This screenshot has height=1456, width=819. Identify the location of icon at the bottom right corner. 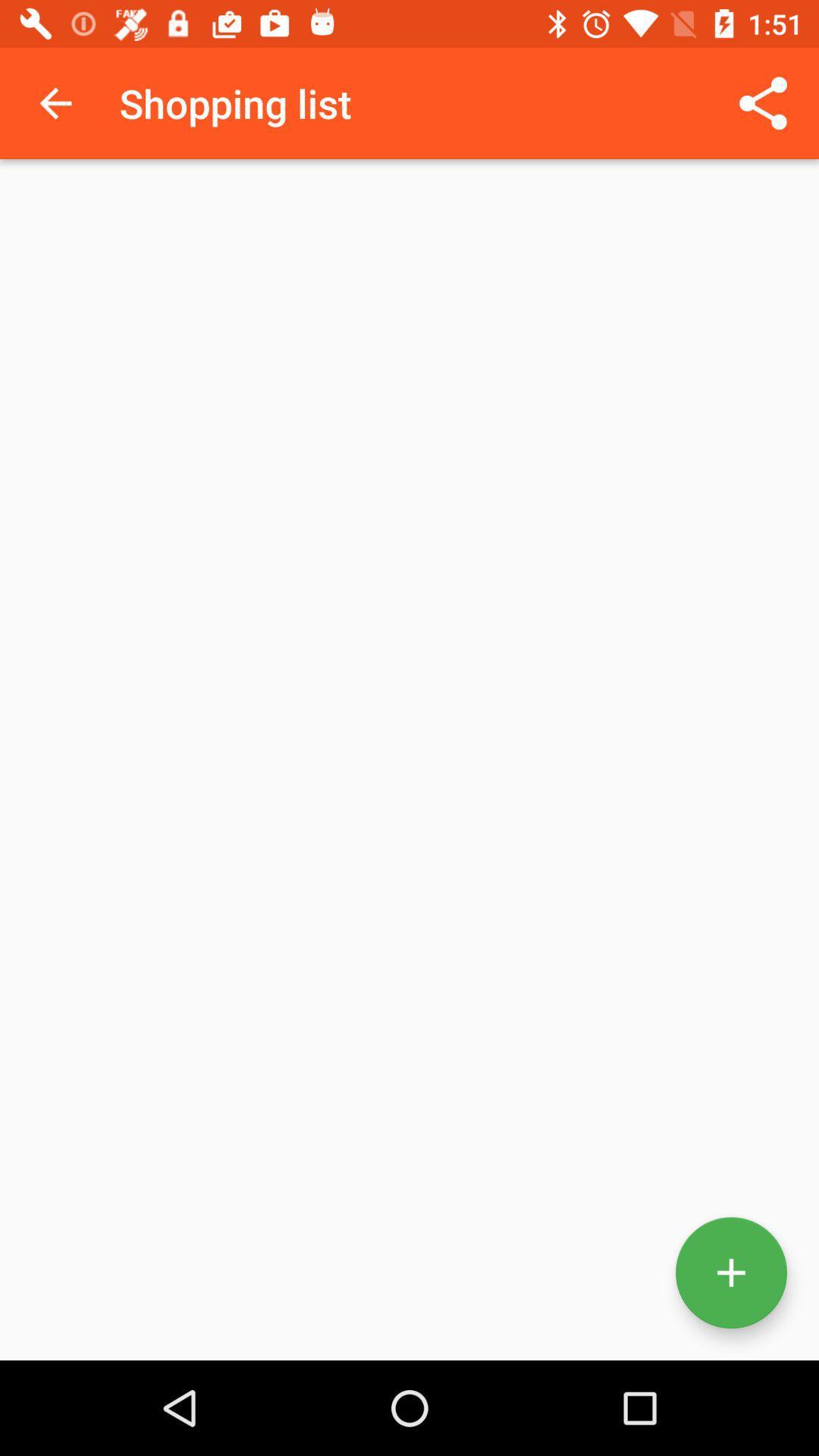
(730, 1272).